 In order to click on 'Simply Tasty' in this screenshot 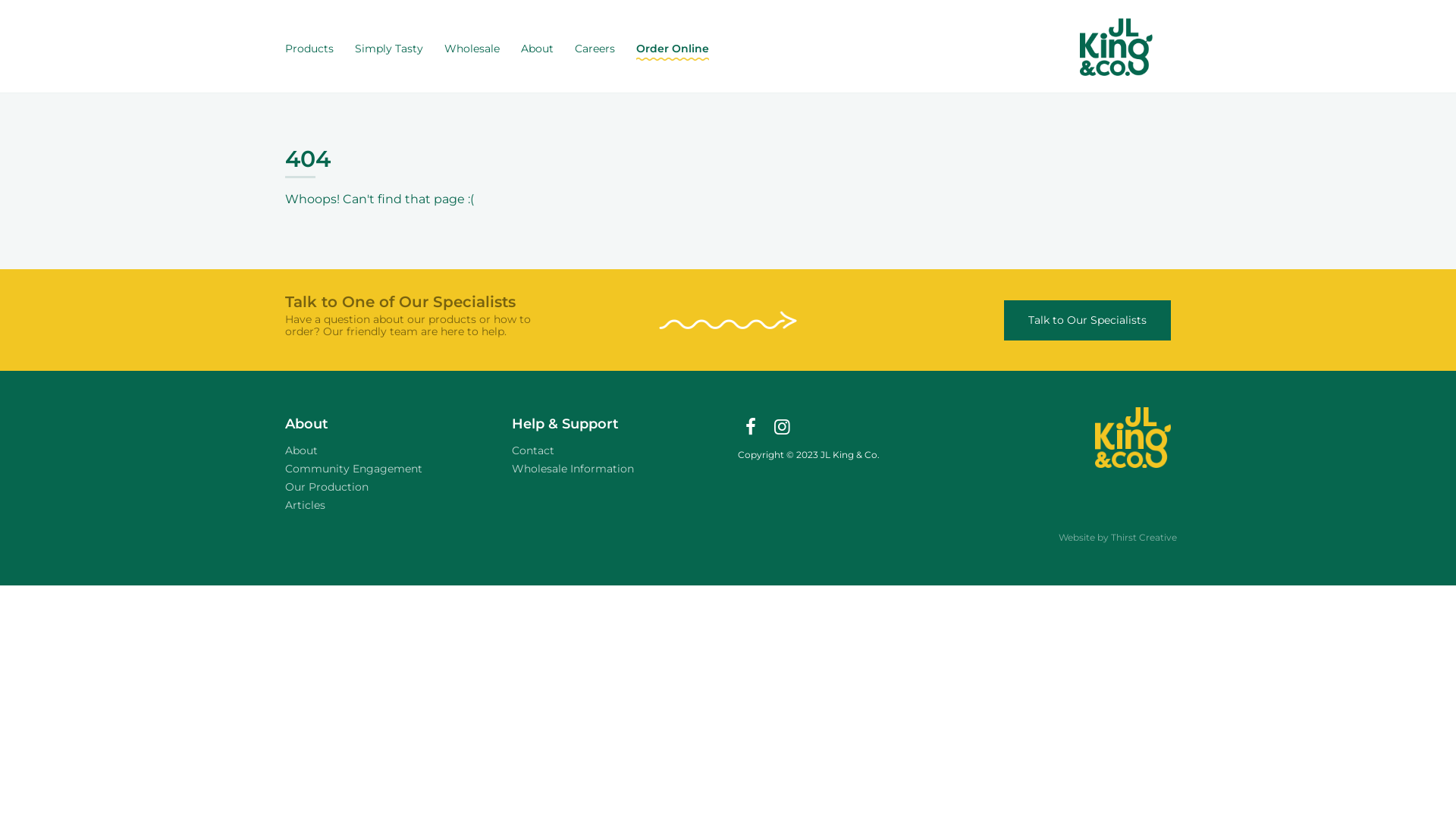, I will do `click(389, 48)`.